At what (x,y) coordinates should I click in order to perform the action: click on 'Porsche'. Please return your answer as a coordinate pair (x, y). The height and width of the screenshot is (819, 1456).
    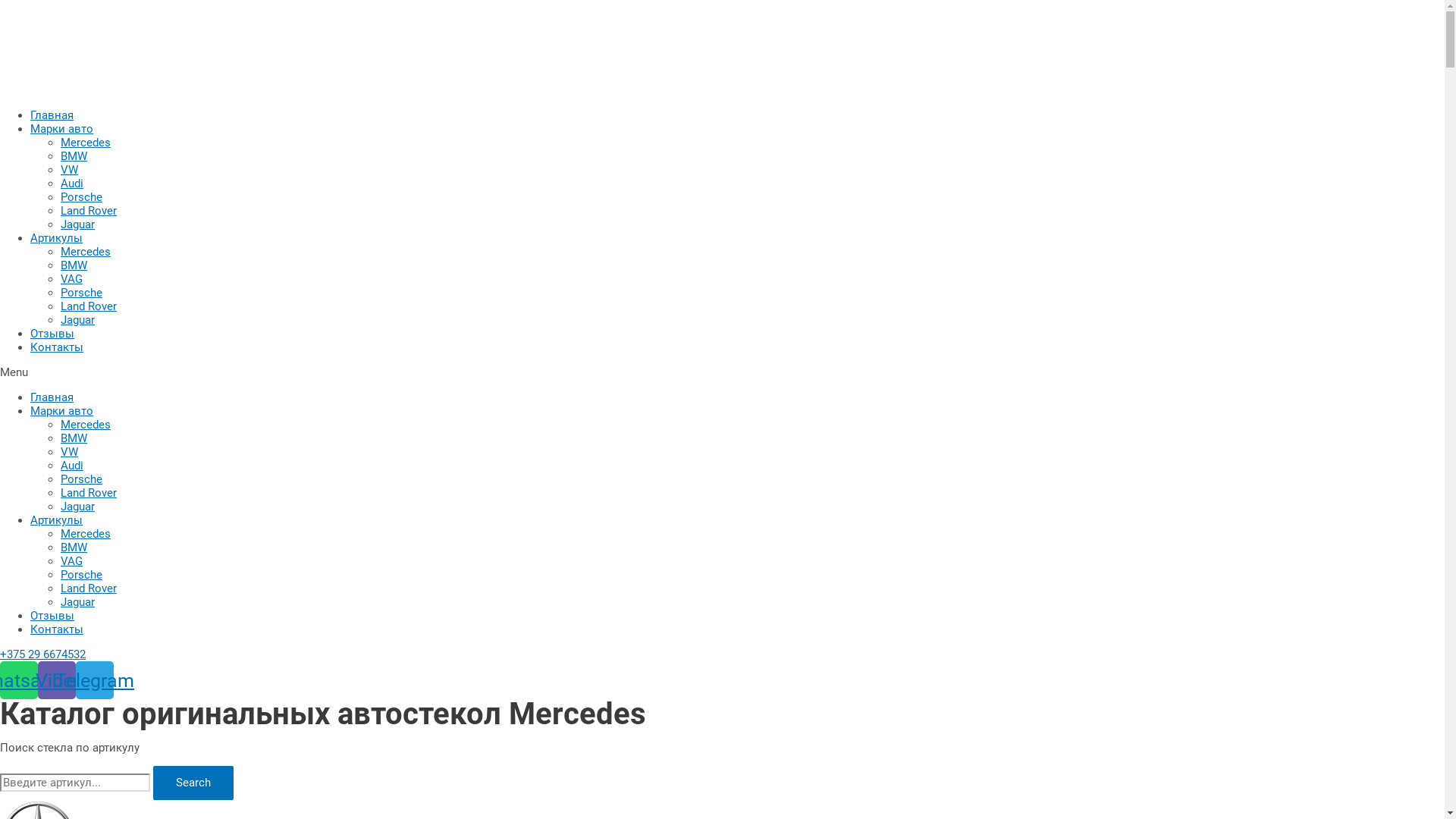
    Looking at the image, I should click on (80, 575).